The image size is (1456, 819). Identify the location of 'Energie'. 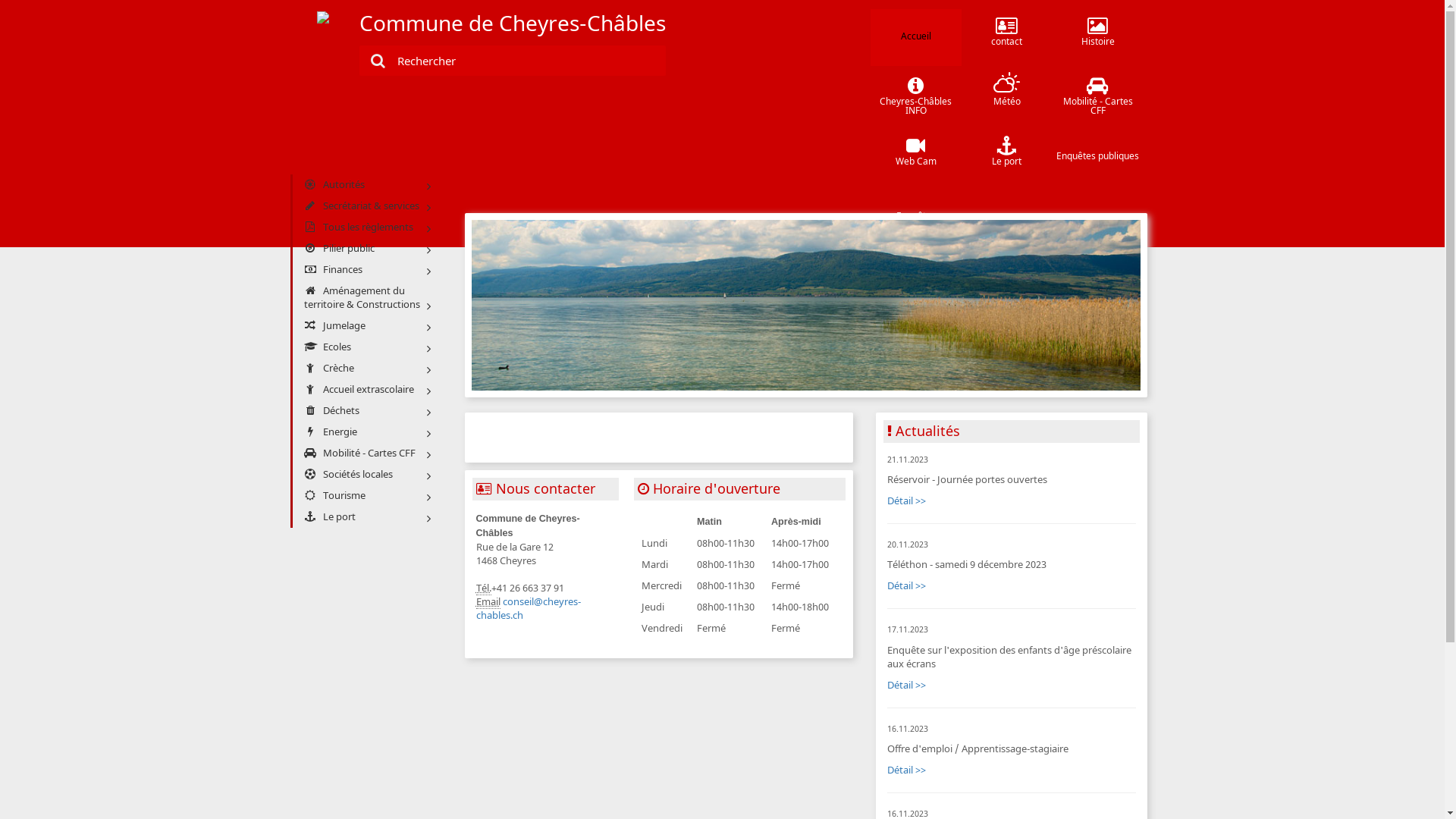
(365, 432).